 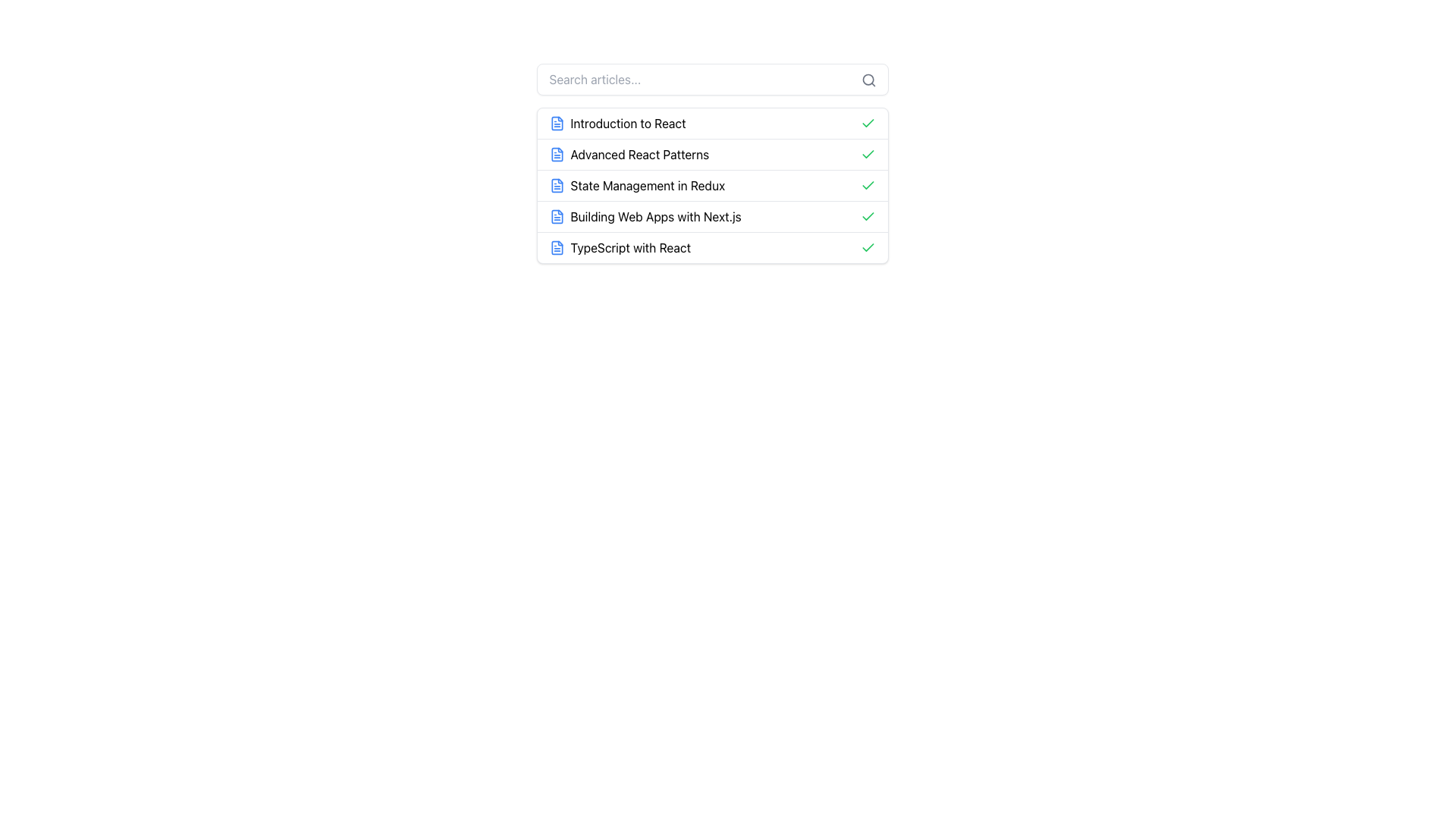 I want to click on the checkmark icon indicating the completion status of 'Building Web Apps with Next.js', so click(x=868, y=216).